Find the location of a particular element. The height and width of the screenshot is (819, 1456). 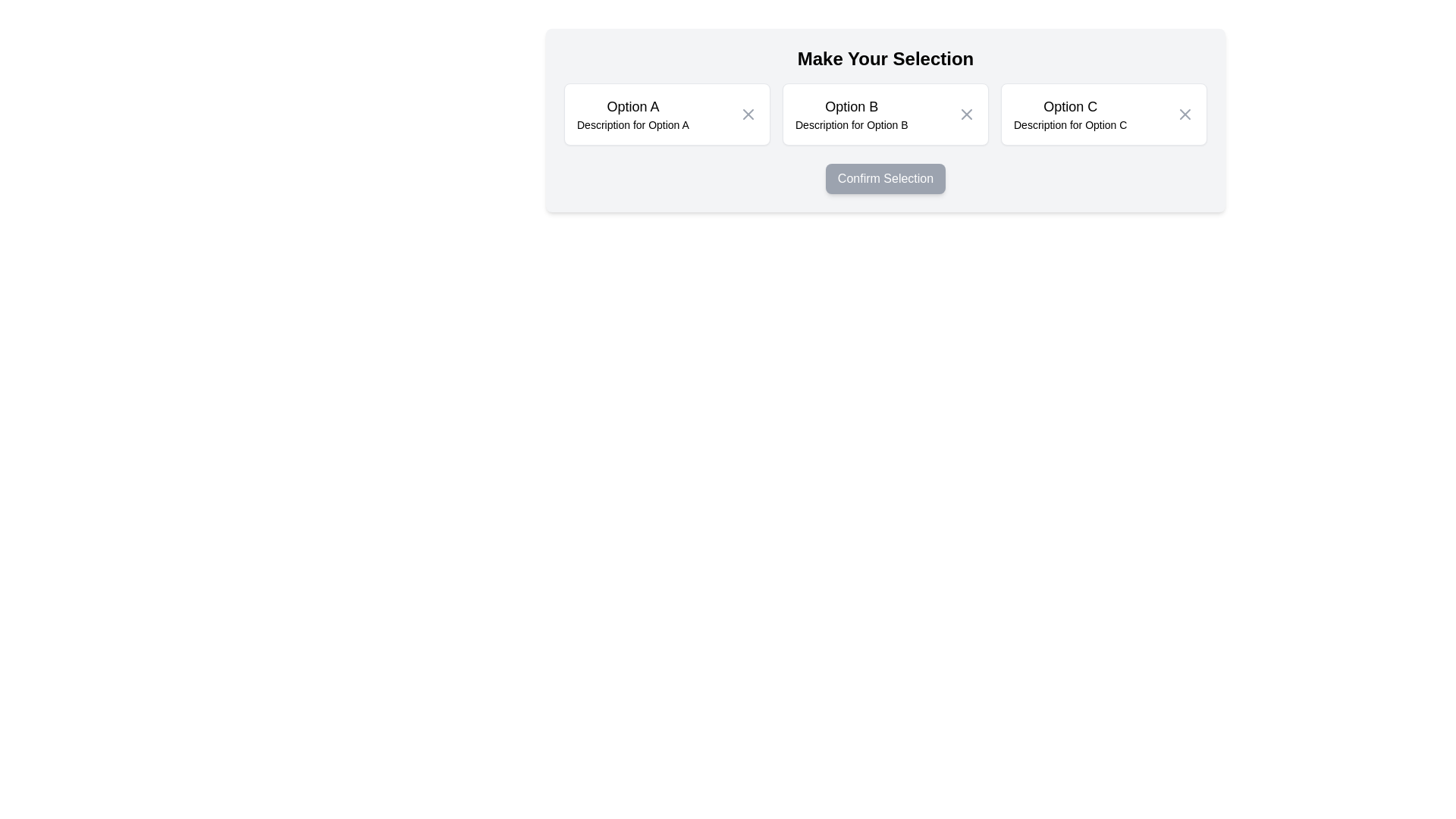

the 'Option B' selectable list option, which is a rectangular box with rounded corners displaying the title 'Option B' and a description, located between 'Option A' and 'Option C' is located at coordinates (885, 113).